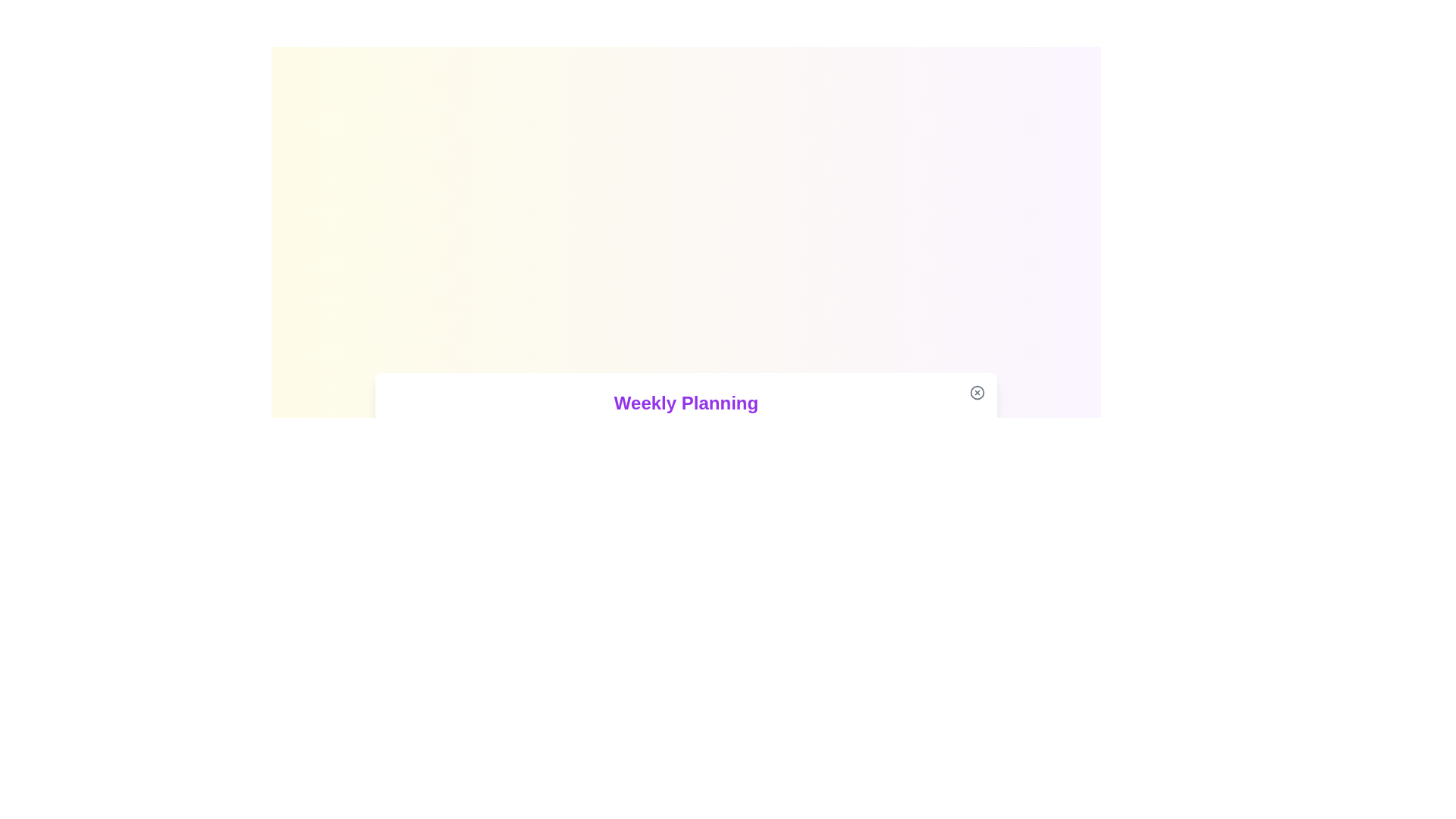 This screenshot has height=819, width=1456. I want to click on the close button of the Weekly Planning dialog, so click(977, 391).